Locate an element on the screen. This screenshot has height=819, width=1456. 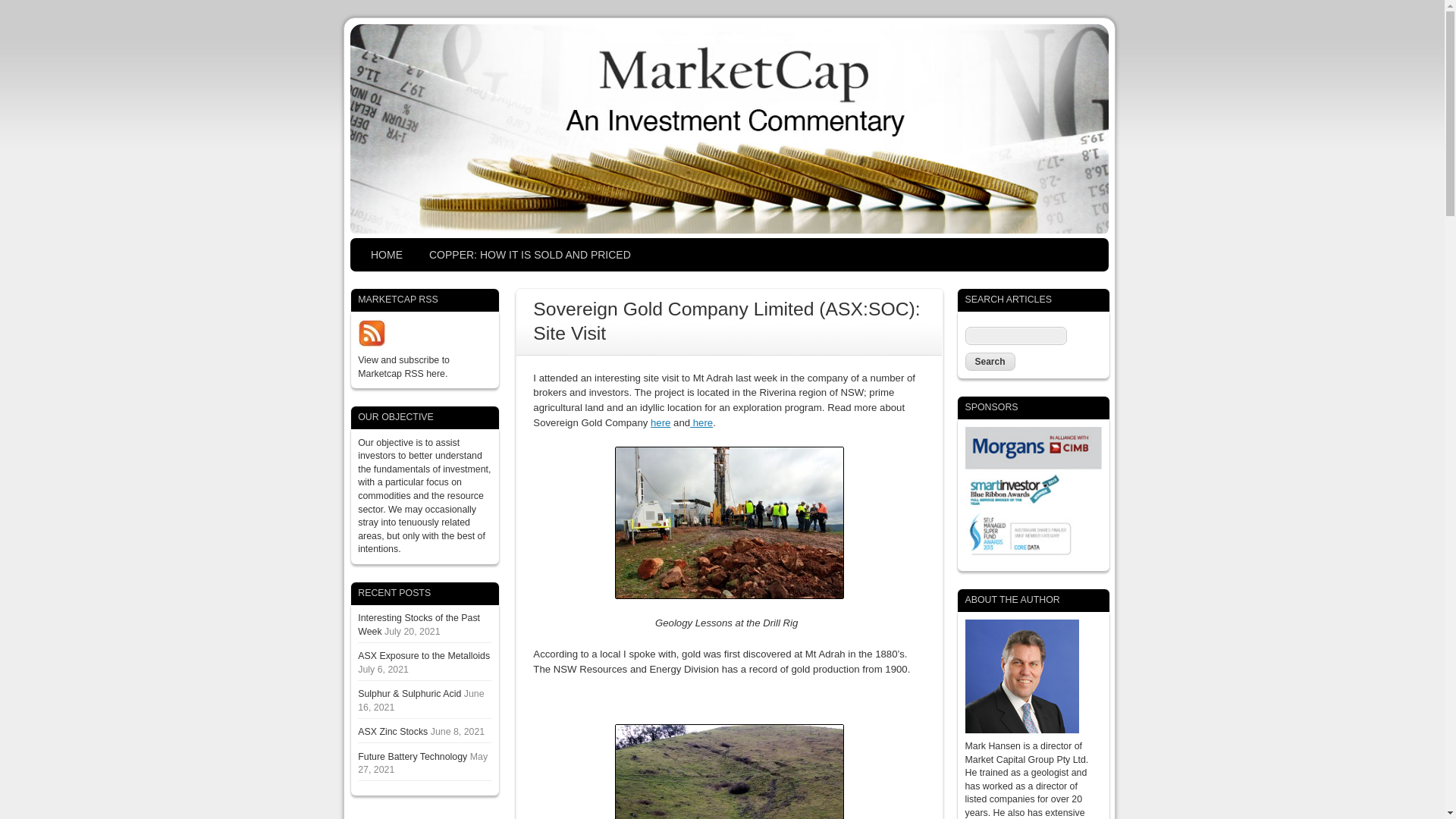
'Sulphur & Sulphuric Acid' is located at coordinates (409, 693).